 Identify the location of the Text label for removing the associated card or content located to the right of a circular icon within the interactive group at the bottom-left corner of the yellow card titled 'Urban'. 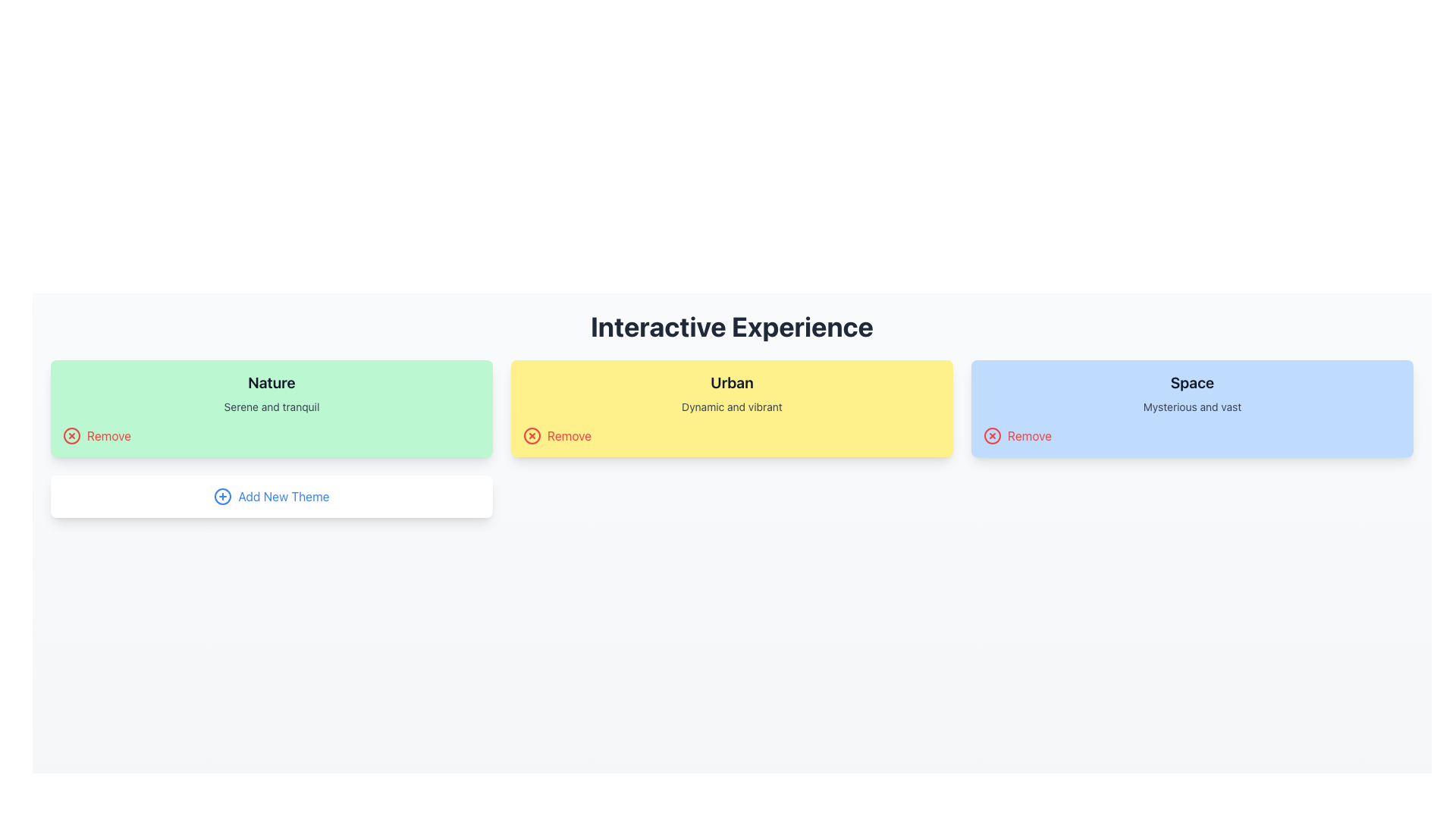
(569, 435).